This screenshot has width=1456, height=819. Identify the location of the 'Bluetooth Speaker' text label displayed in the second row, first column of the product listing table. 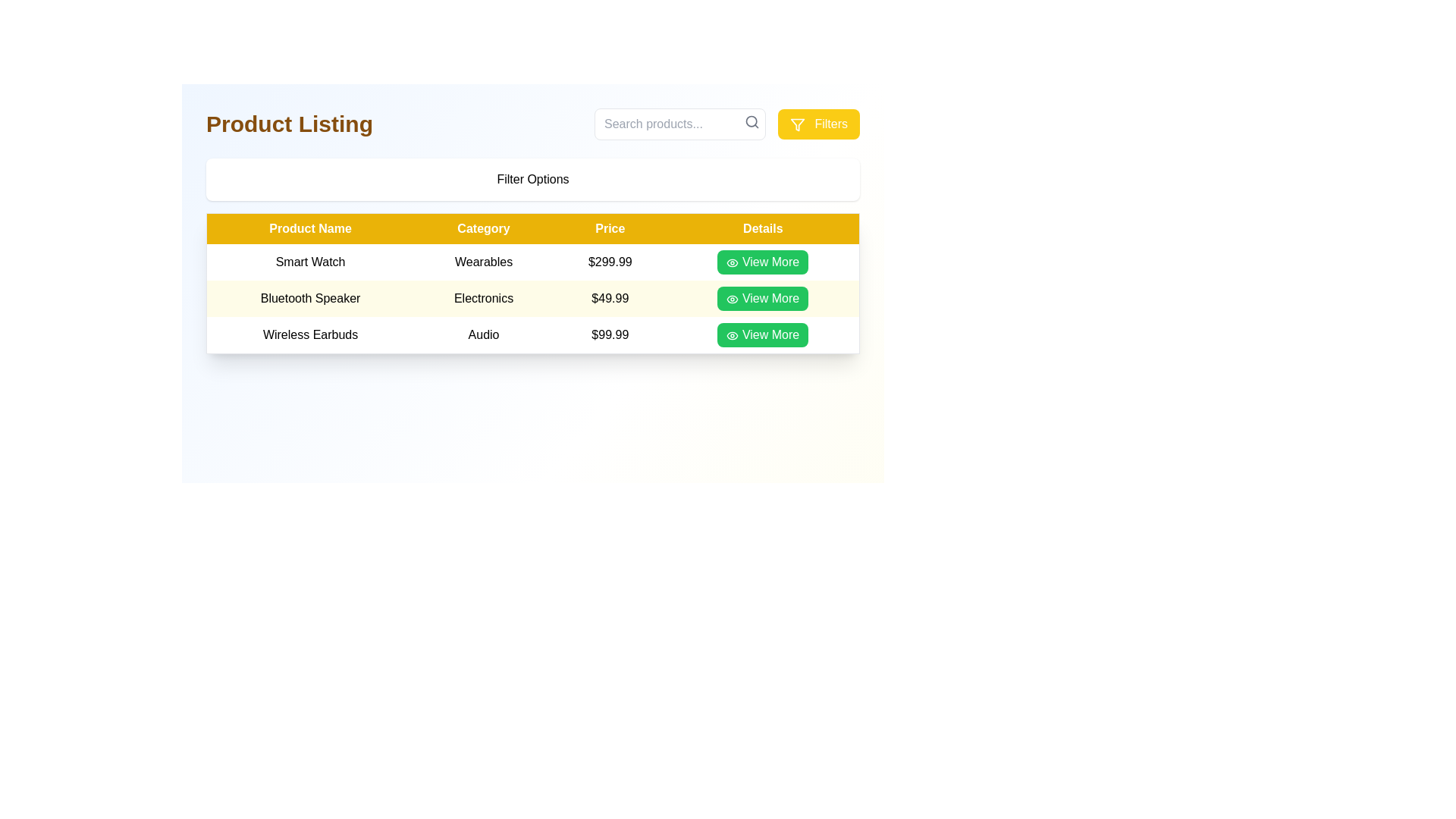
(309, 298).